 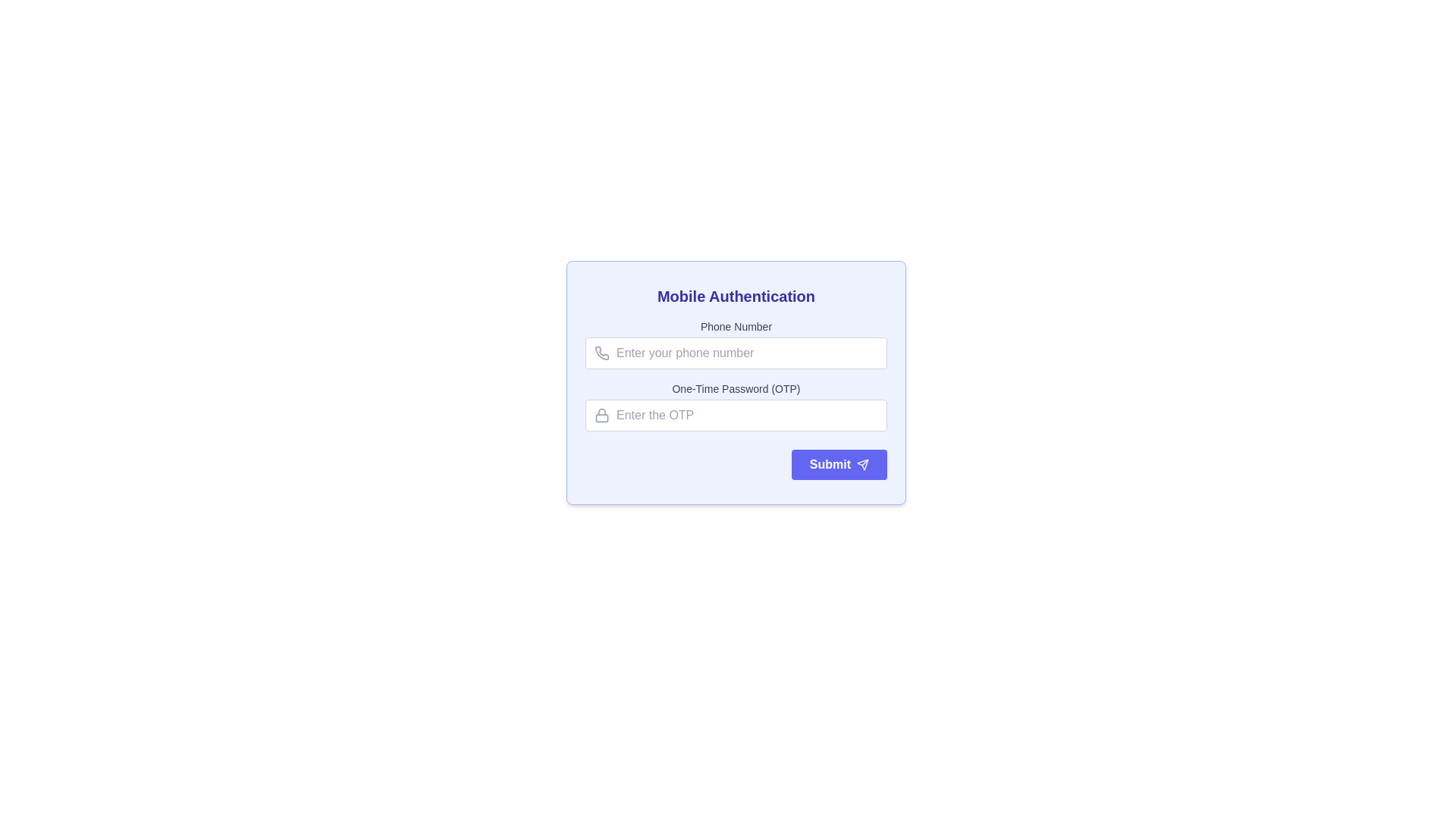 I want to click on the keyhole body of the lock icon, which is a minimalist SVG rounded rectangle positioned above the 'Submit' button and near the middle of the 'Enter the OTP' input field, so click(x=601, y=418).